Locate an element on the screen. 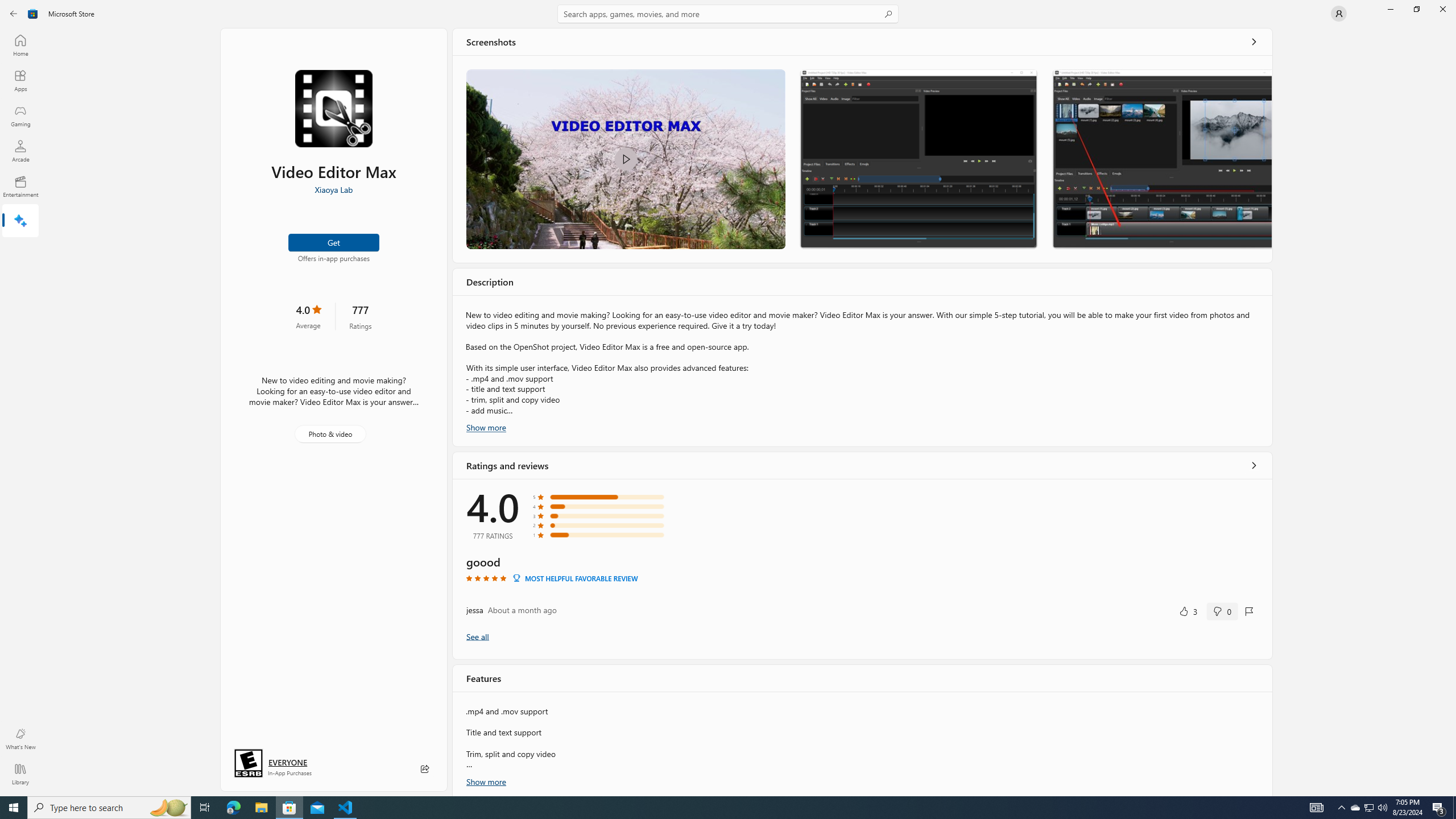 The height and width of the screenshot is (819, 1456). 'Show all ratings and reviews' is located at coordinates (477, 636).